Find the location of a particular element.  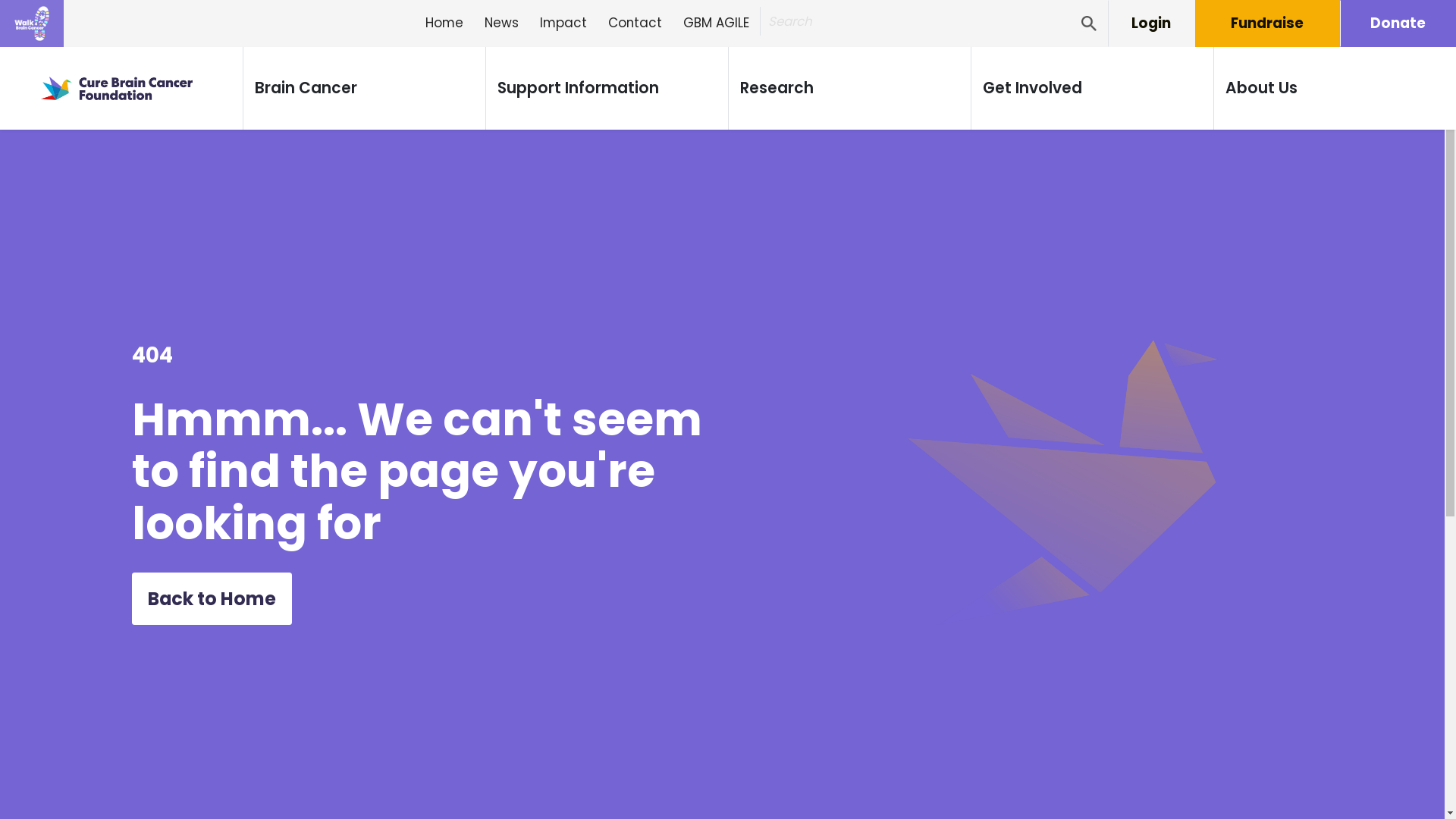

'Get Involved' is located at coordinates (1031, 88).